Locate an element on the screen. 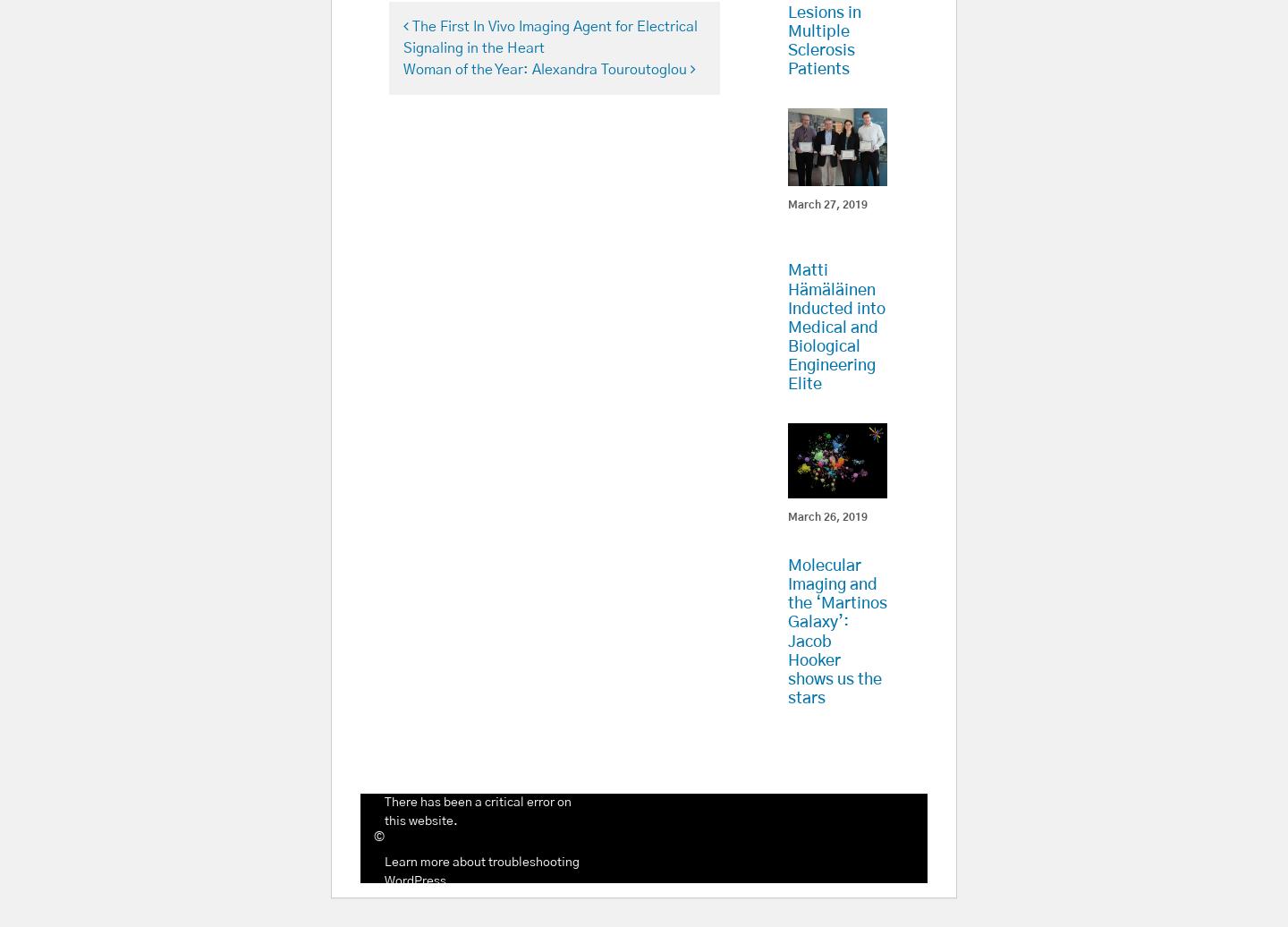 The image size is (1288, 927). 'Molecular Imaging and the ‘Martinos Galaxy’: Jacob Hooker shows us the stars' is located at coordinates (836, 632).